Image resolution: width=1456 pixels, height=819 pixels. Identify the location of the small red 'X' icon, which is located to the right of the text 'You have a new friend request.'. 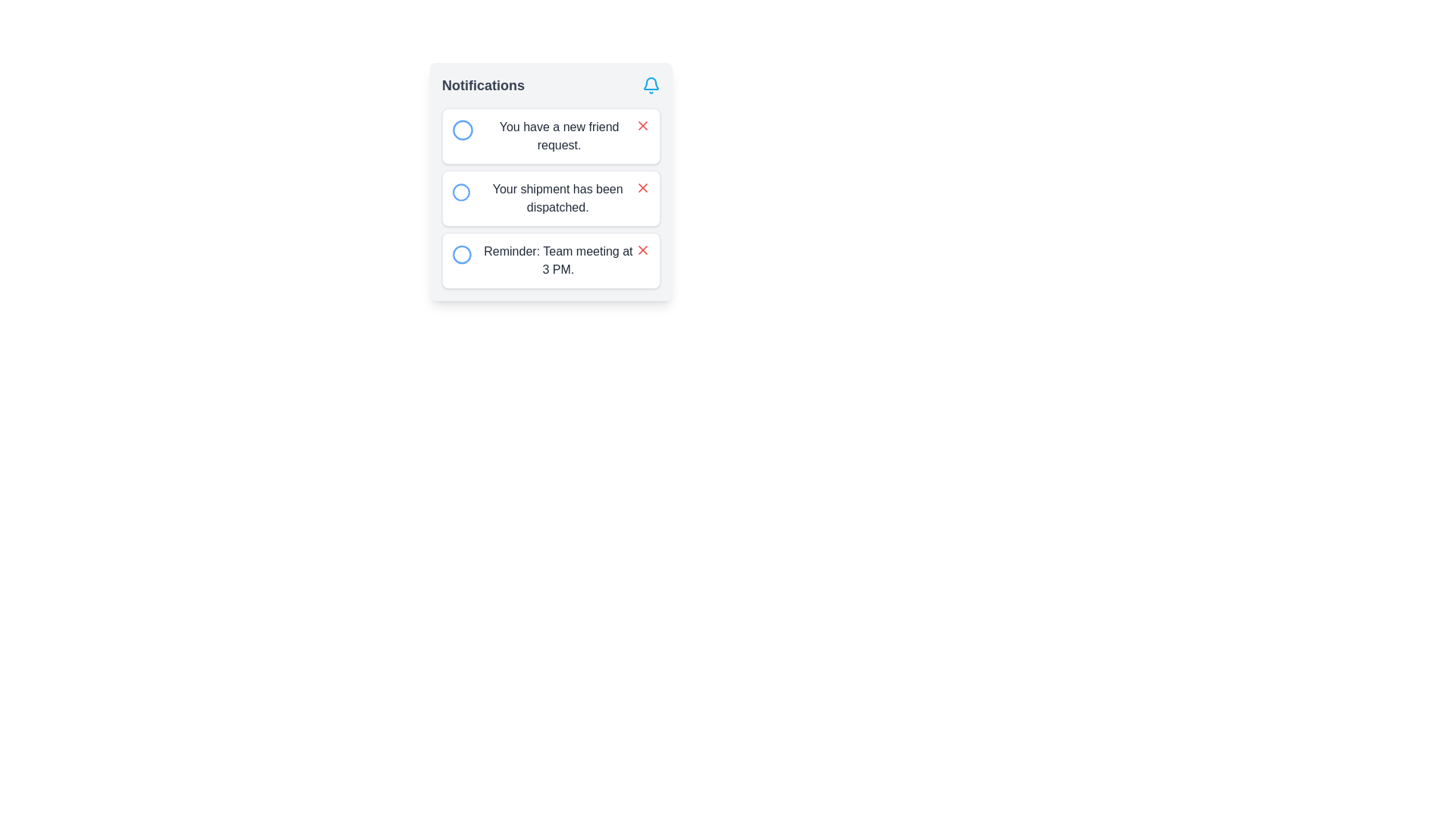
(643, 124).